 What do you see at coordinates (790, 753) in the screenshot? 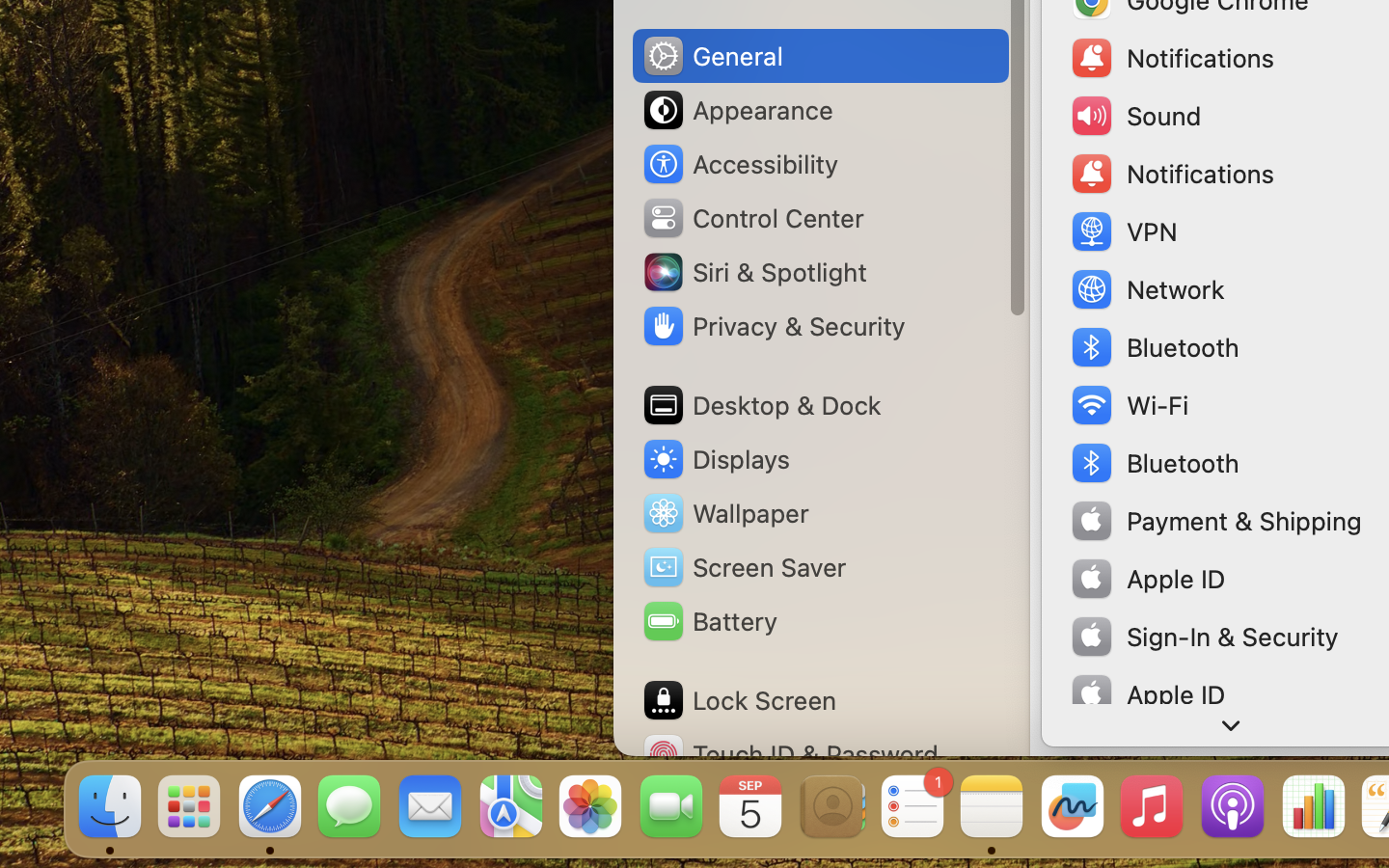
I see `'Touch ID & Password'` at bounding box center [790, 753].